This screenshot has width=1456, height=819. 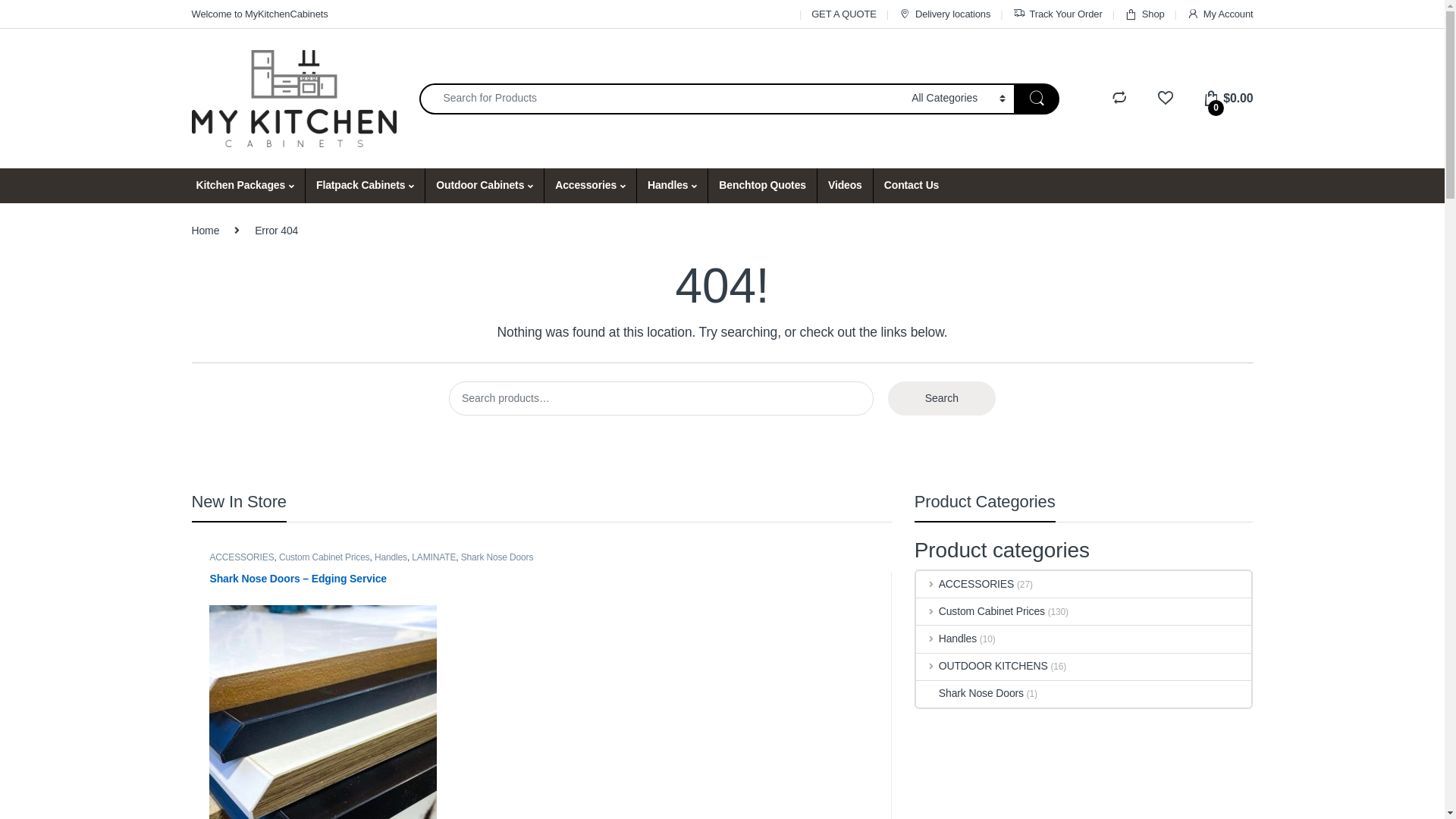 What do you see at coordinates (1144, 14) in the screenshot?
I see `'Shop'` at bounding box center [1144, 14].